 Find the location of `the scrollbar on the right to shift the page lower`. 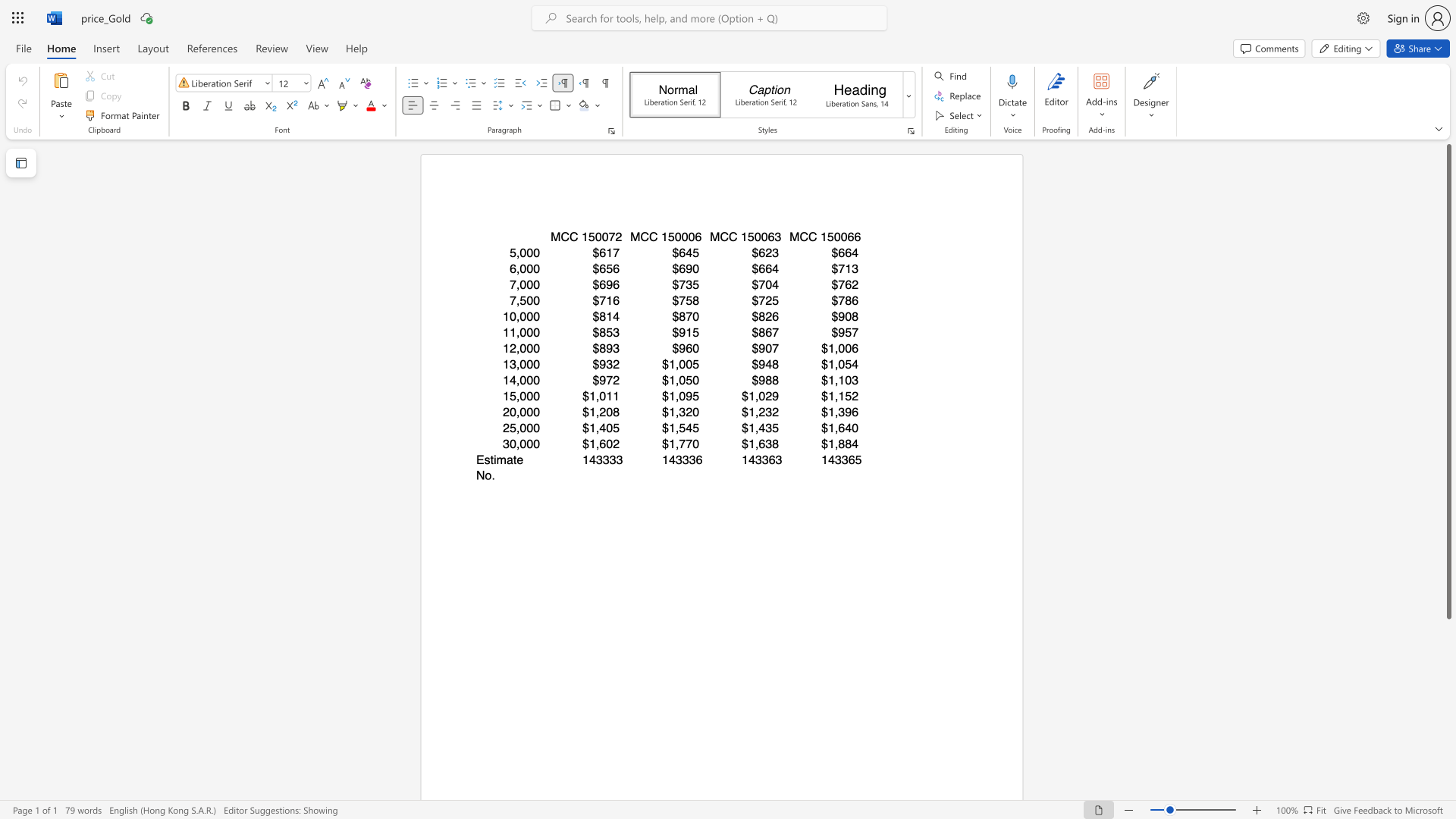

the scrollbar on the right to shift the page lower is located at coordinates (1448, 659).